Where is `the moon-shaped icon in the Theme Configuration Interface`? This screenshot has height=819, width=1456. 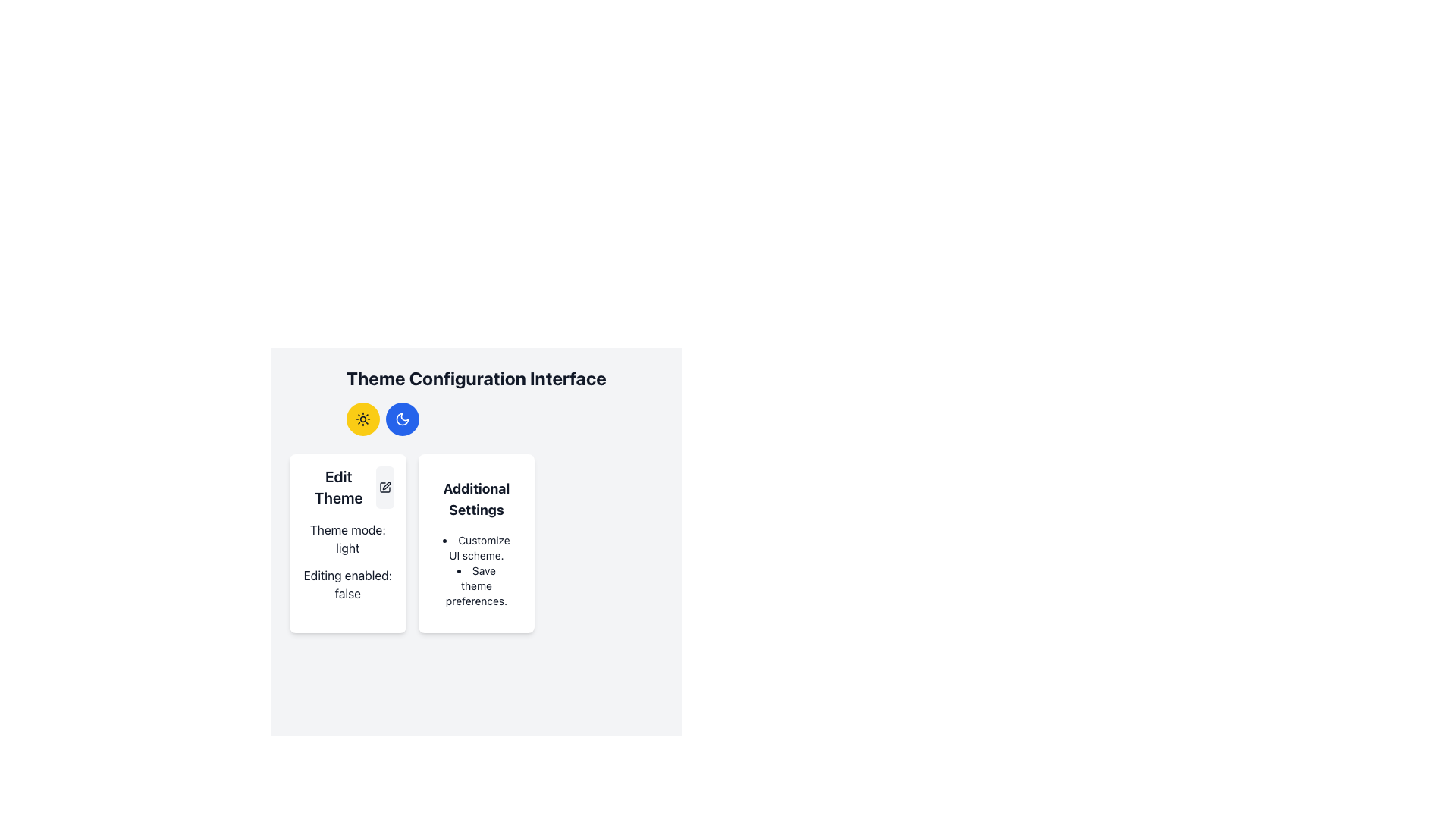
the moon-shaped icon in the Theme Configuration Interface is located at coordinates (403, 419).